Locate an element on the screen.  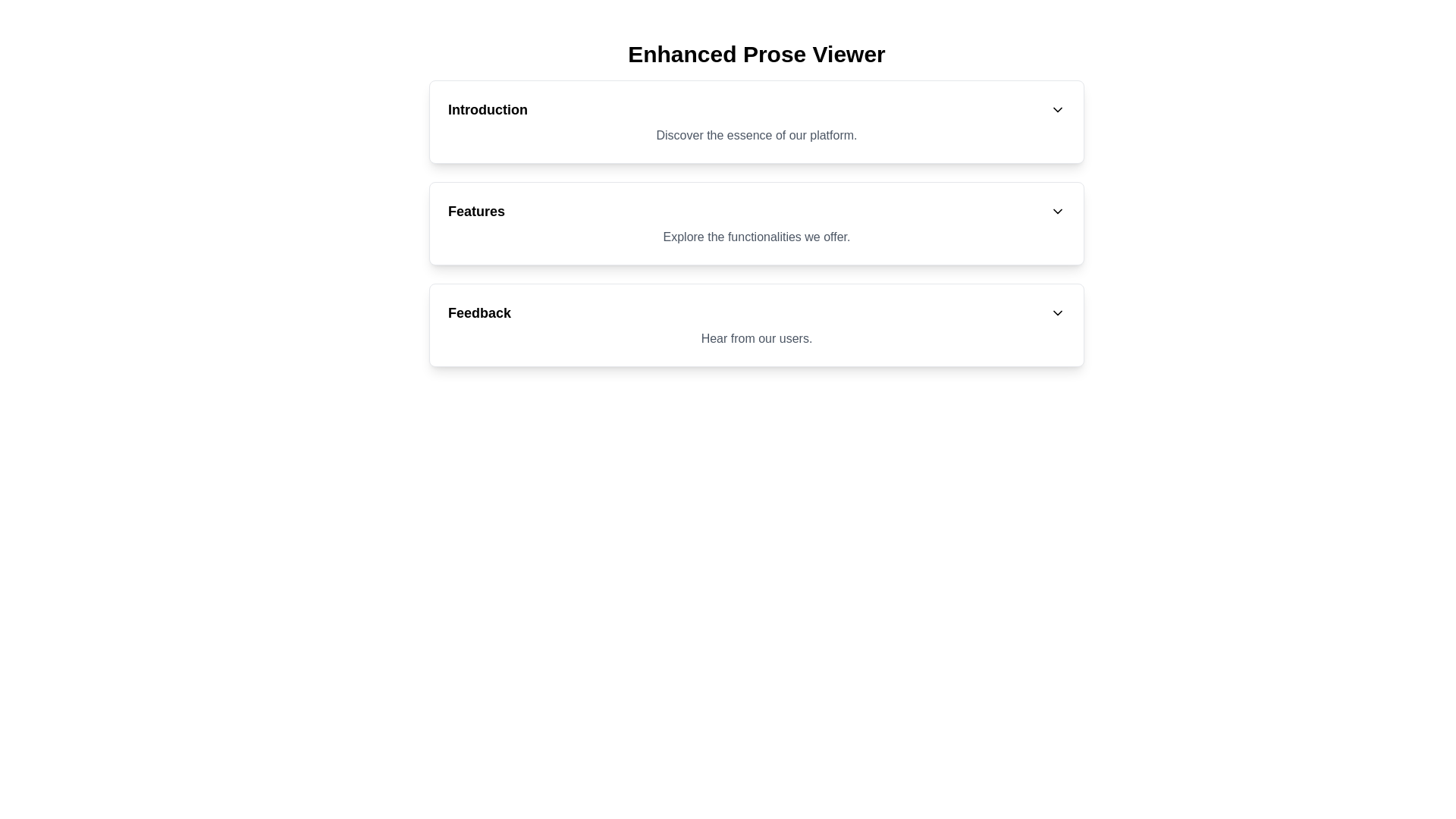
the downward chevron icon representing the dropdown indicator located in the rightmost section of the 'Feedback' row is located at coordinates (1057, 312).